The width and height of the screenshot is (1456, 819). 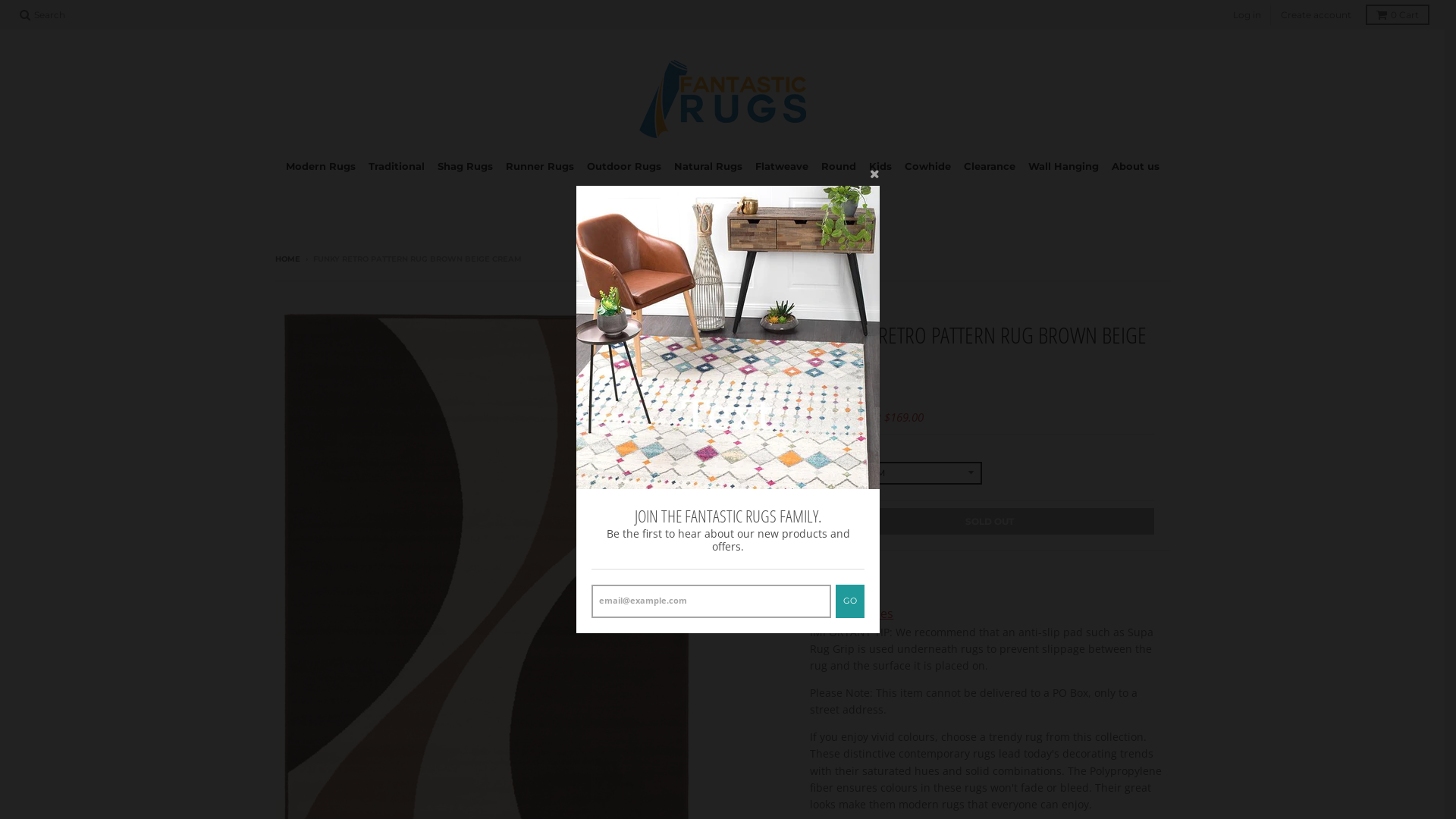 I want to click on 'Search', so click(x=42, y=14).